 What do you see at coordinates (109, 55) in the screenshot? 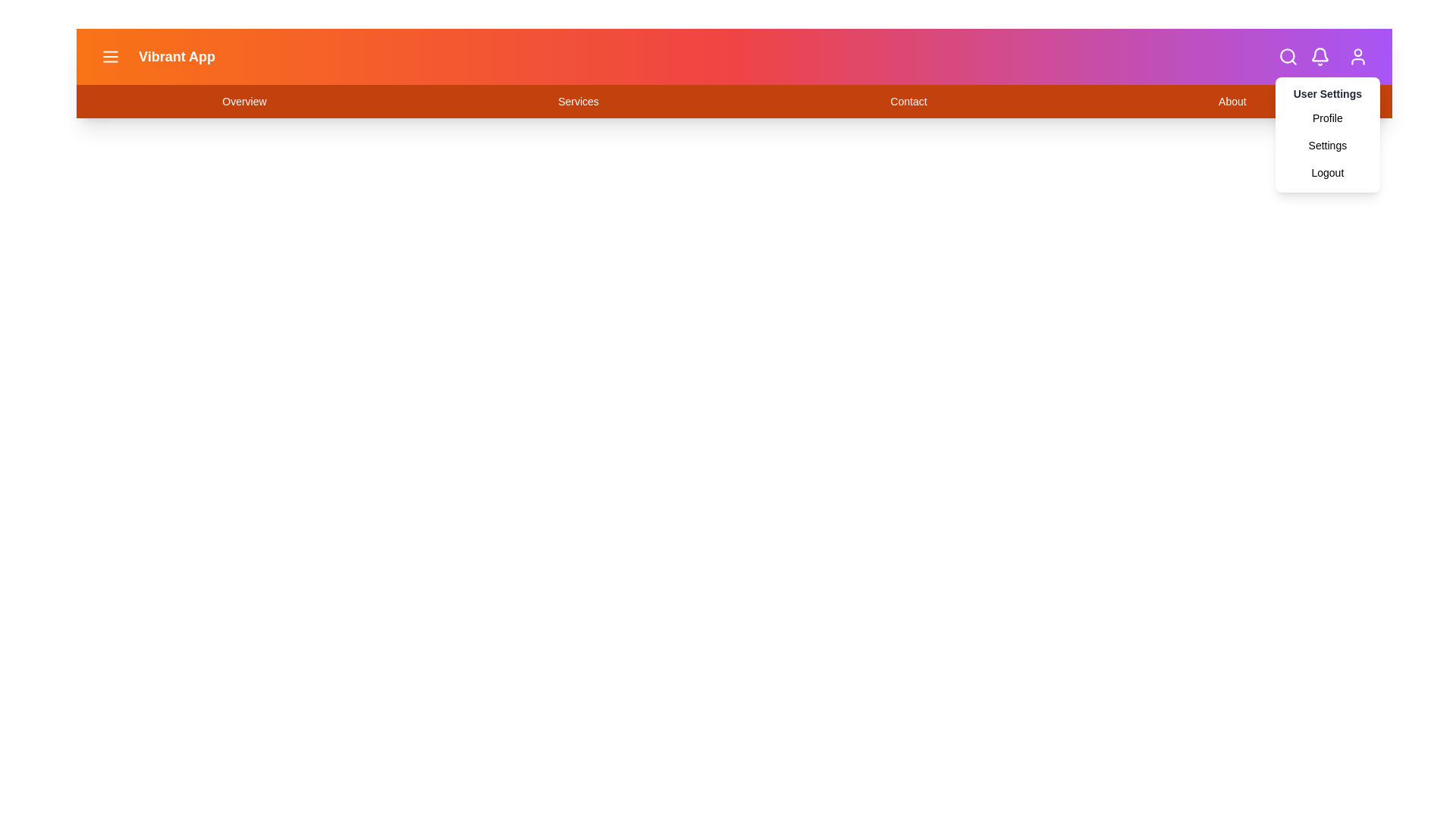
I see `menu button to toggle the menu visibility` at bounding box center [109, 55].